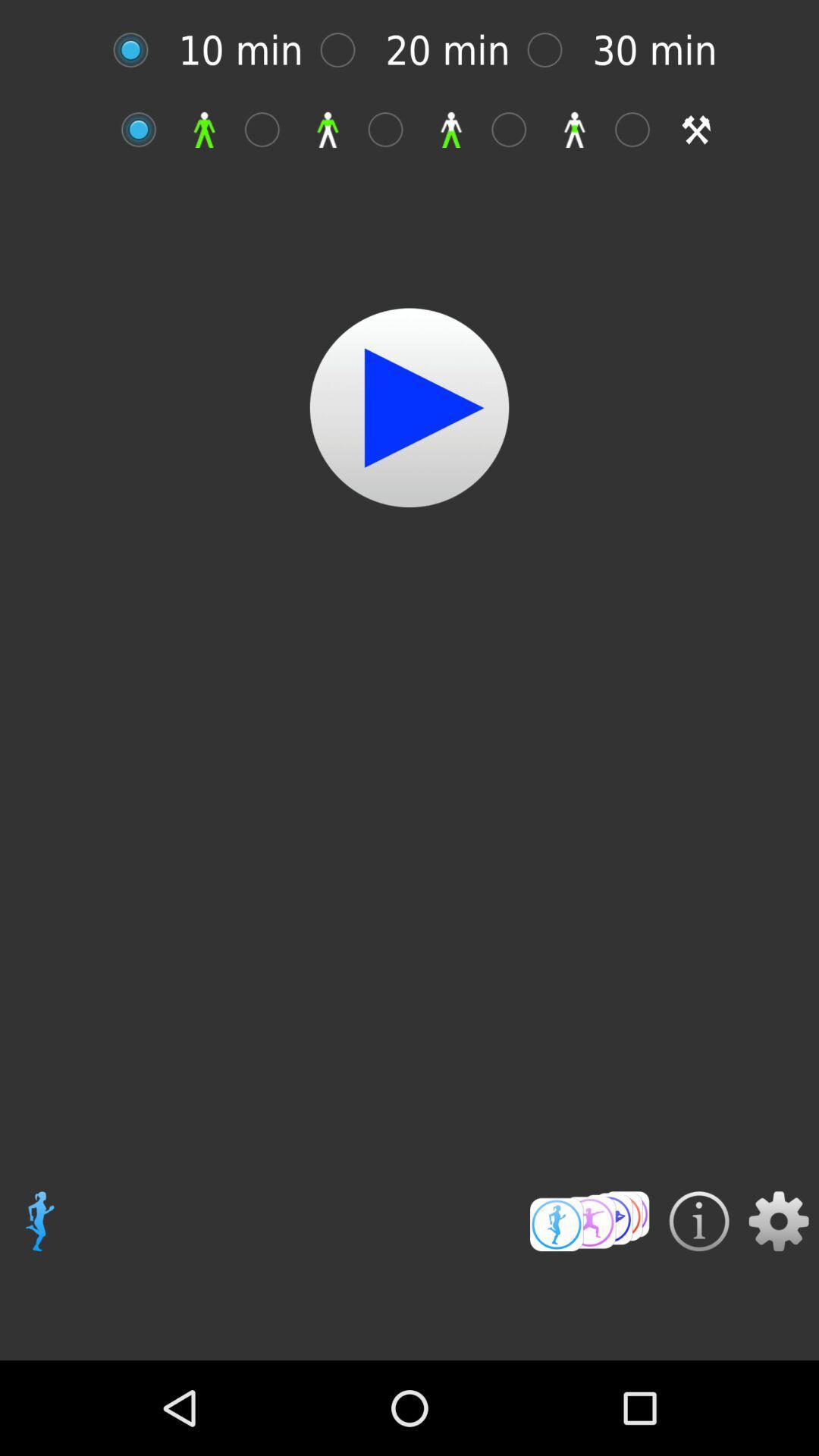 The width and height of the screenshot is (819, 1456). What do you see at coordinates (640, 130) in the screenshot?
I see `choose 5th option` at bounding box center [640, 130].